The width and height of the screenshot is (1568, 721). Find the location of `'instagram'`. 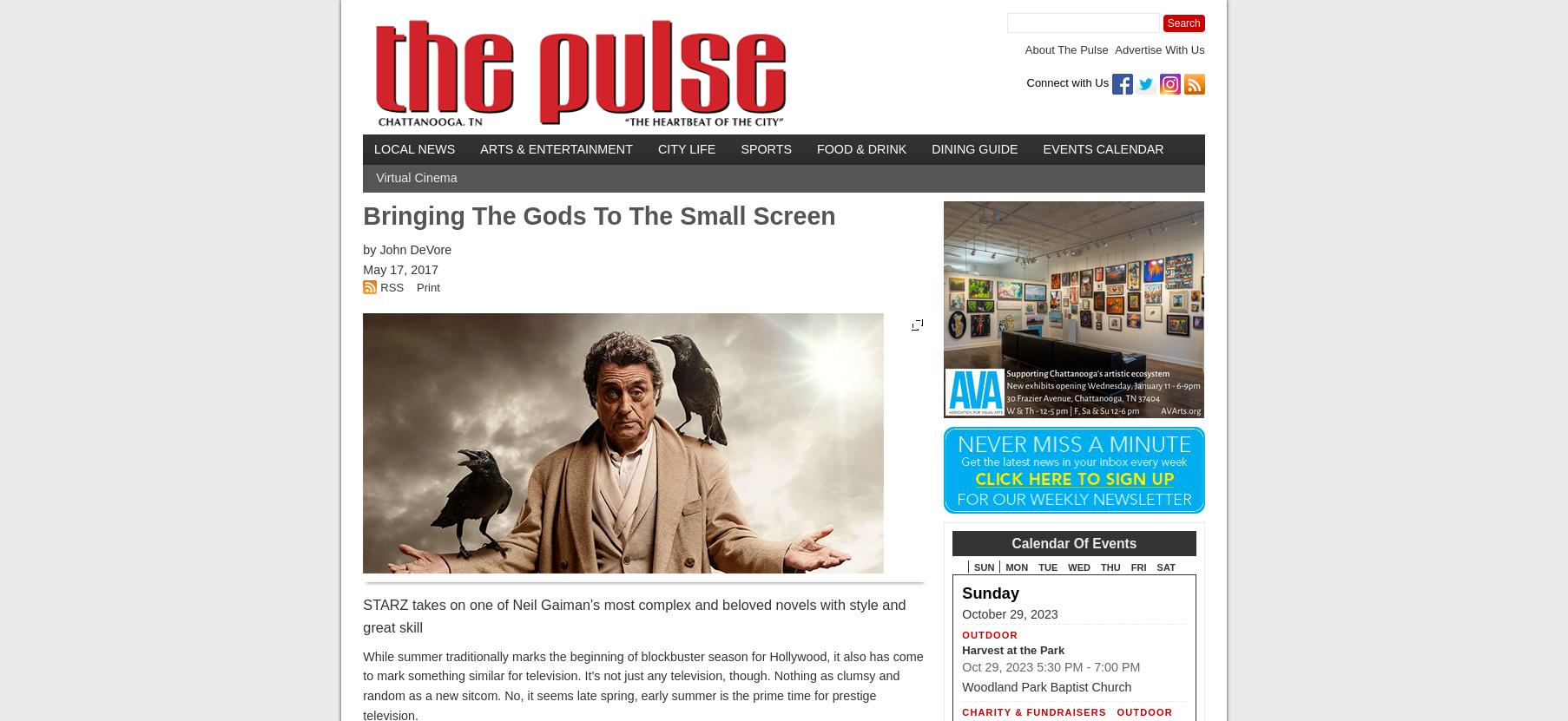

'instagram' is located at coordinates (1297, 79).